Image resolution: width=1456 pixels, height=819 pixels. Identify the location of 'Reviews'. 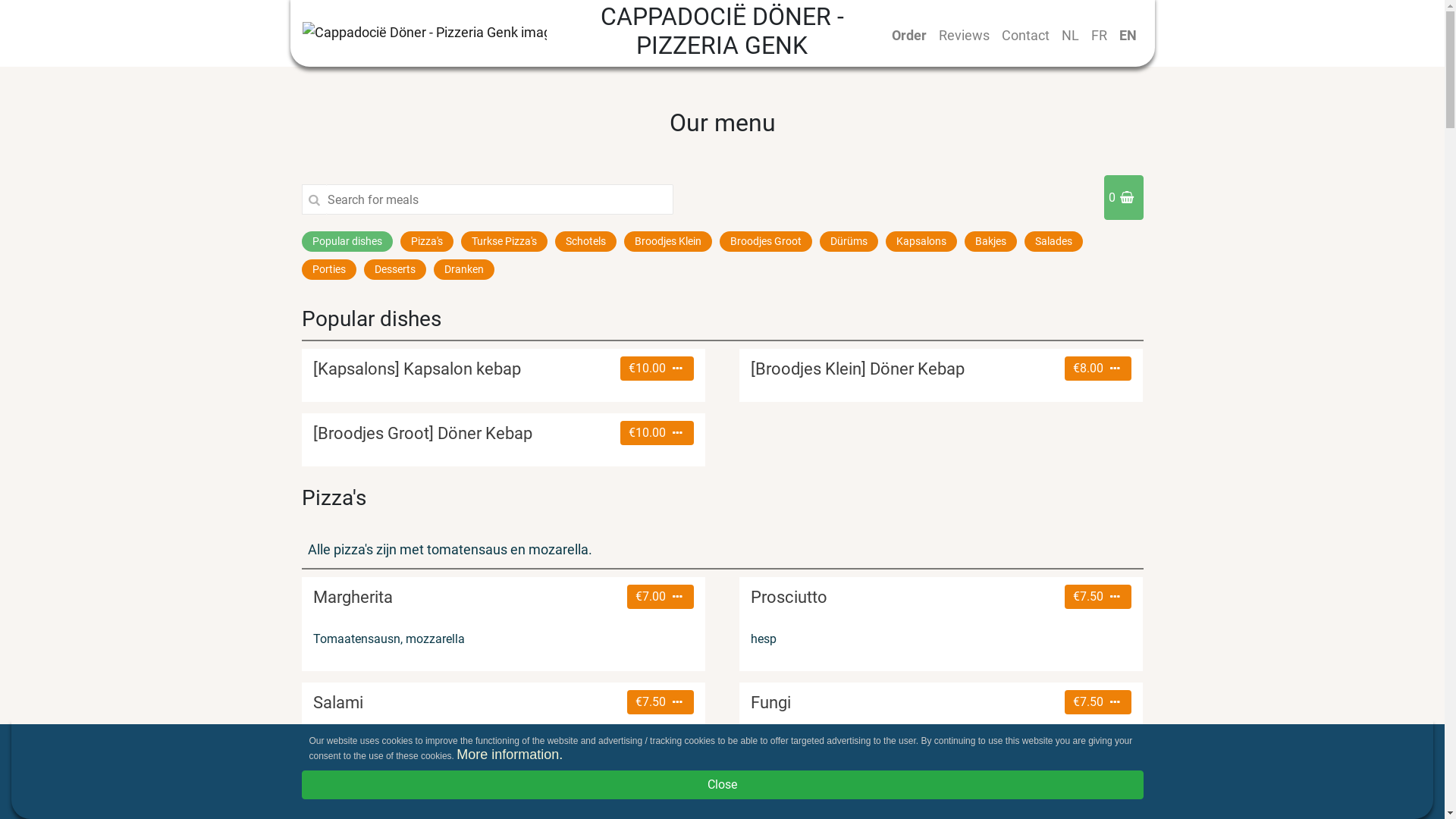
(963, 34).